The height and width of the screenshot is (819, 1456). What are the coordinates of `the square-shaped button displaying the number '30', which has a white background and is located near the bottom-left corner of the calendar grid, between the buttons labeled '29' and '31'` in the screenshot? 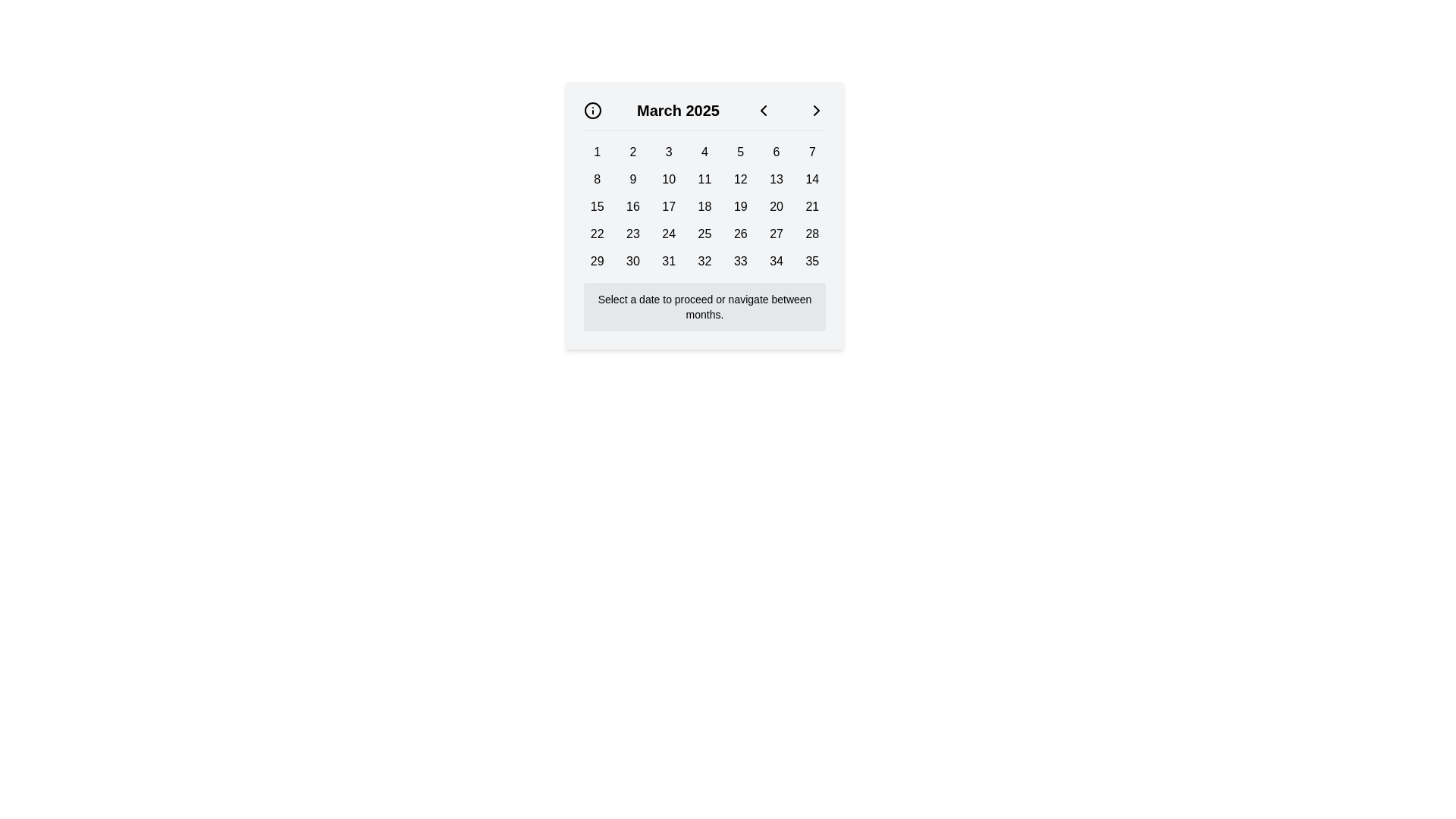 It's located at (633, 260).